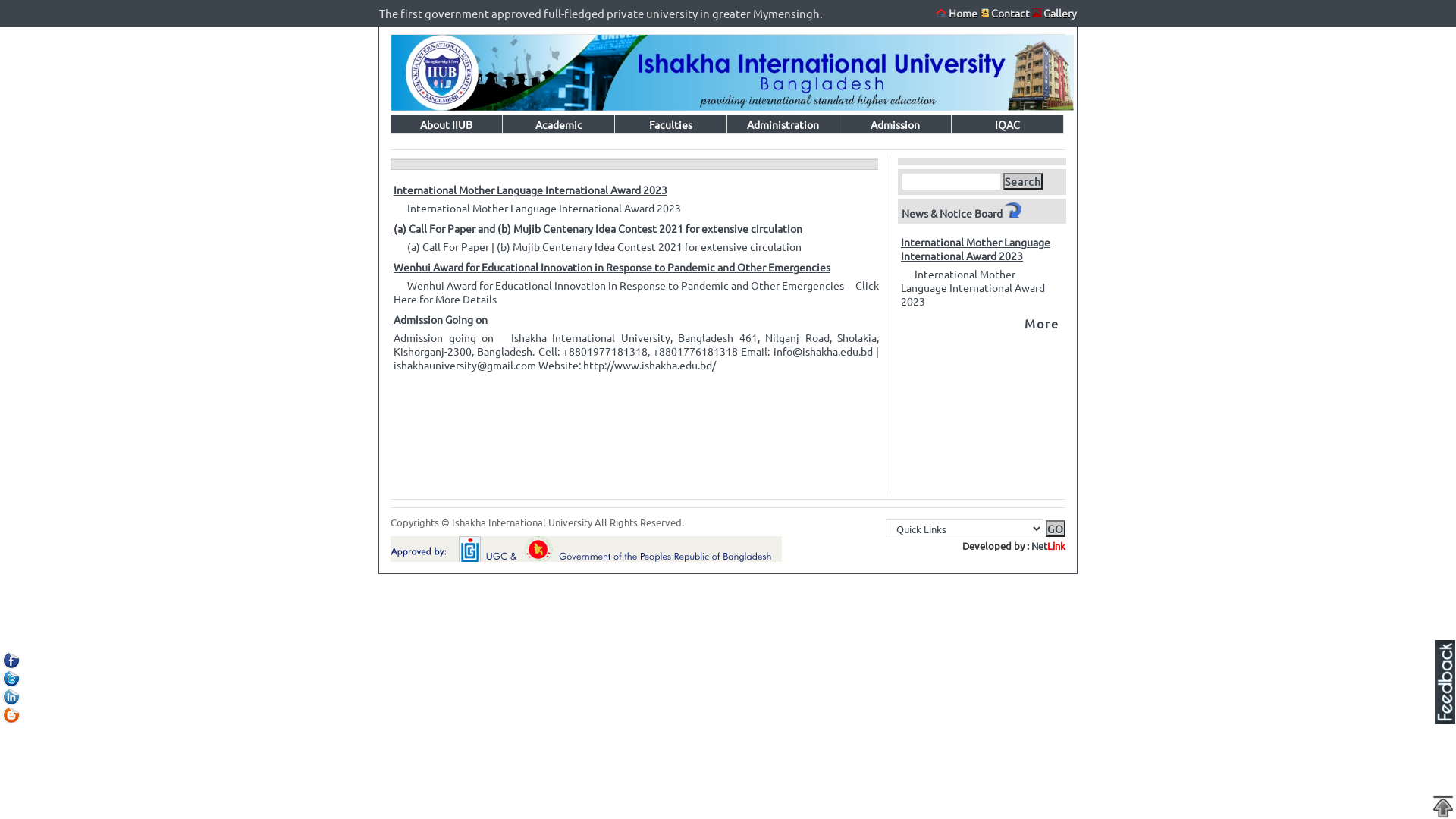 The height and width of the screenshot is (819, 1456). Describe the element at coordinates (783, 124) in the screenshot. I see `'Administration'` at that location.